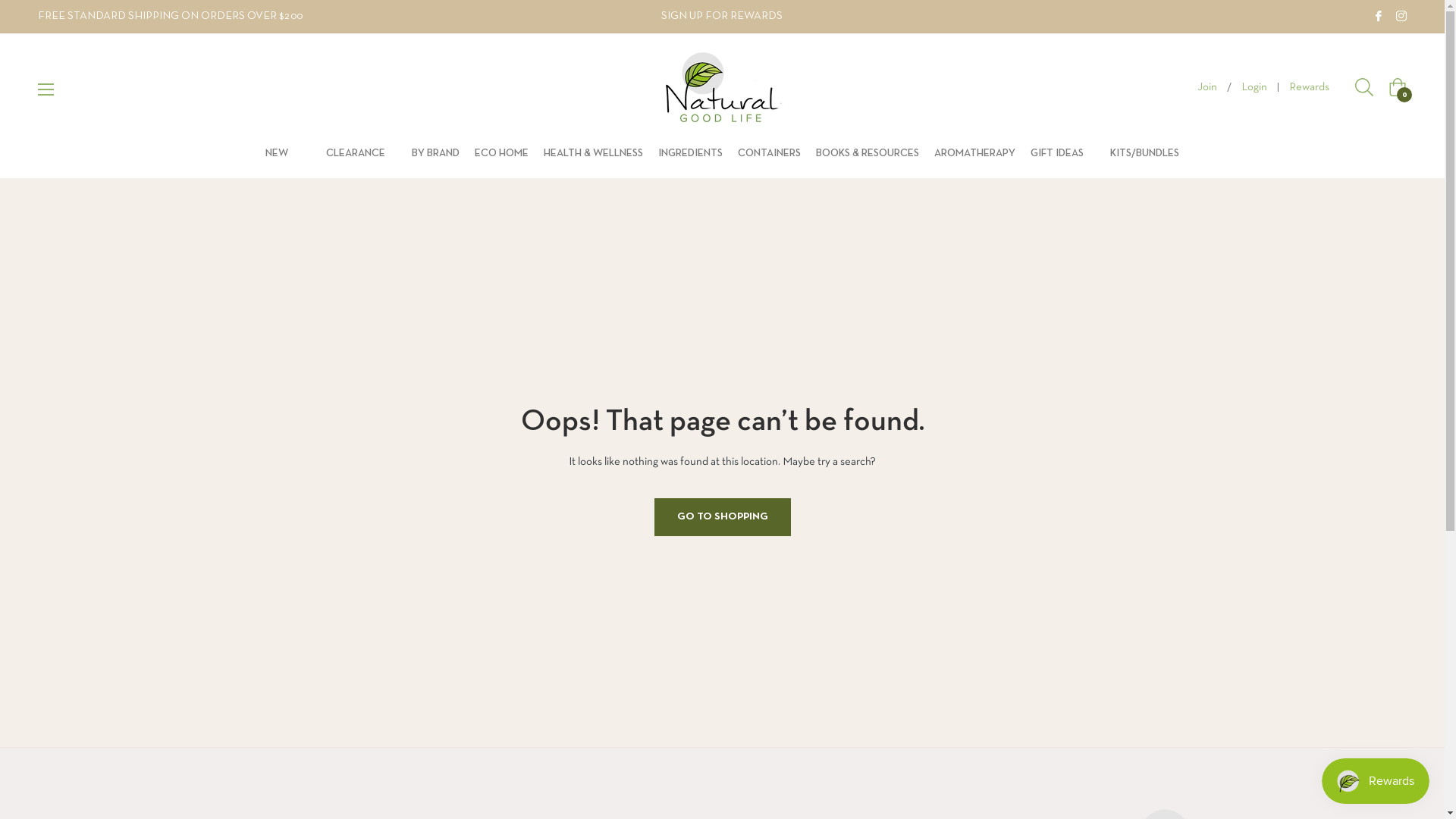 The image size is (1456, 819). Describe the element at coordinates (535, 153) in the screenshot. I see `'HEALTH & WELLNESS'` at that location.